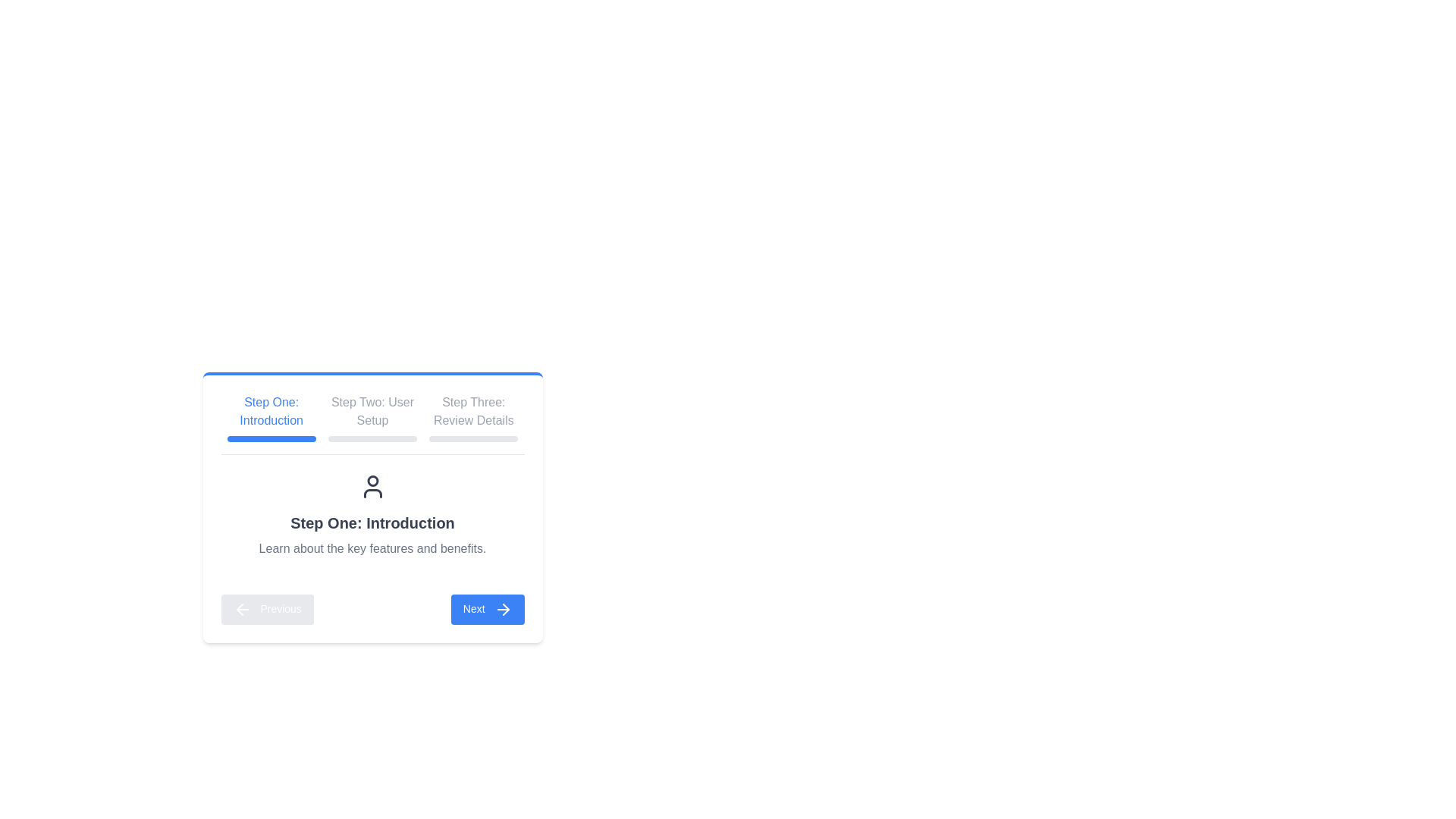 Image resolution: width=1456 pixels, height=819 pixels. I want to click on the lower curved part of the user icon, which is part of an SVG graphic situated above the text 'Step One: Introduction', so click(372, 494).